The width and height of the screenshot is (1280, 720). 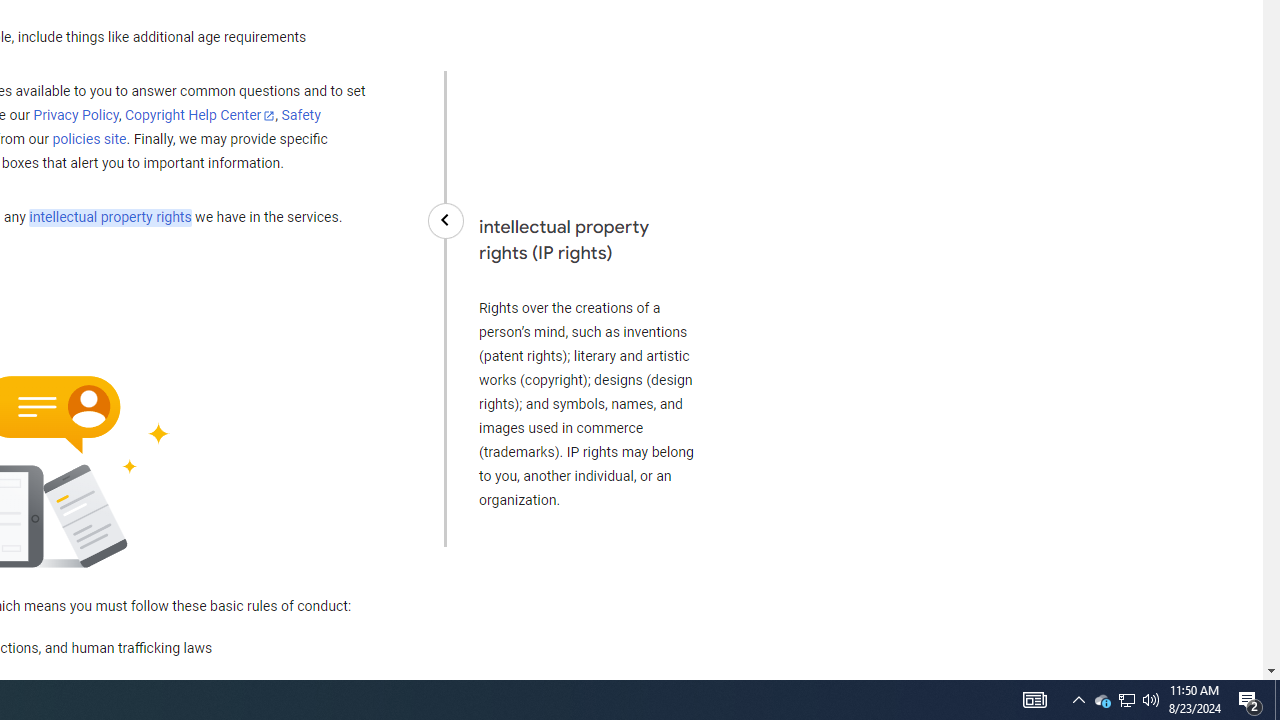 I want to click on 'policies site', so click(x=88, y=139).